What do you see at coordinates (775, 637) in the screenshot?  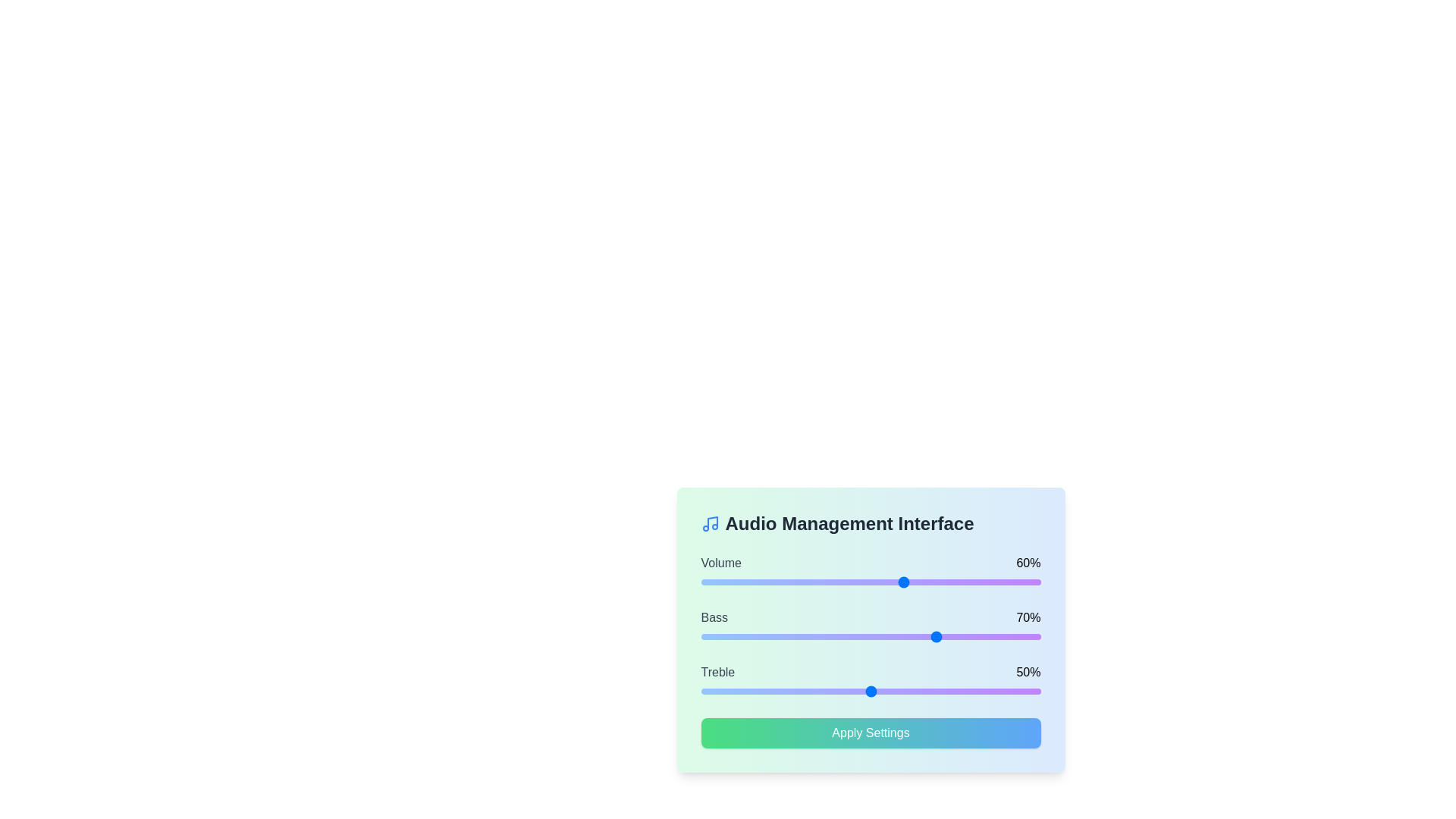 I see `the slider` at bounding box center [775, 637].